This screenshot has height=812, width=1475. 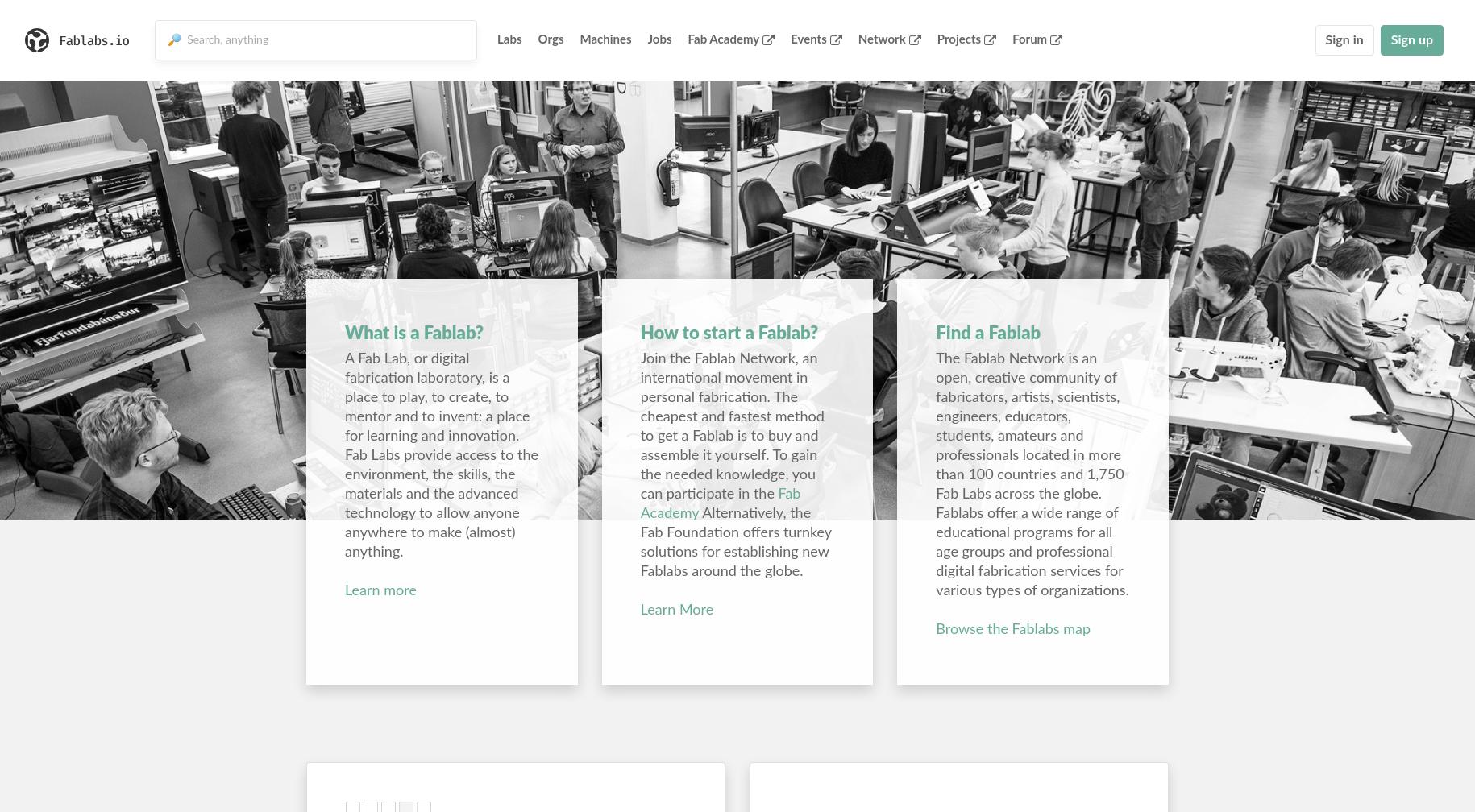 I want to click on 'Labs', so click(x=497, y=39).